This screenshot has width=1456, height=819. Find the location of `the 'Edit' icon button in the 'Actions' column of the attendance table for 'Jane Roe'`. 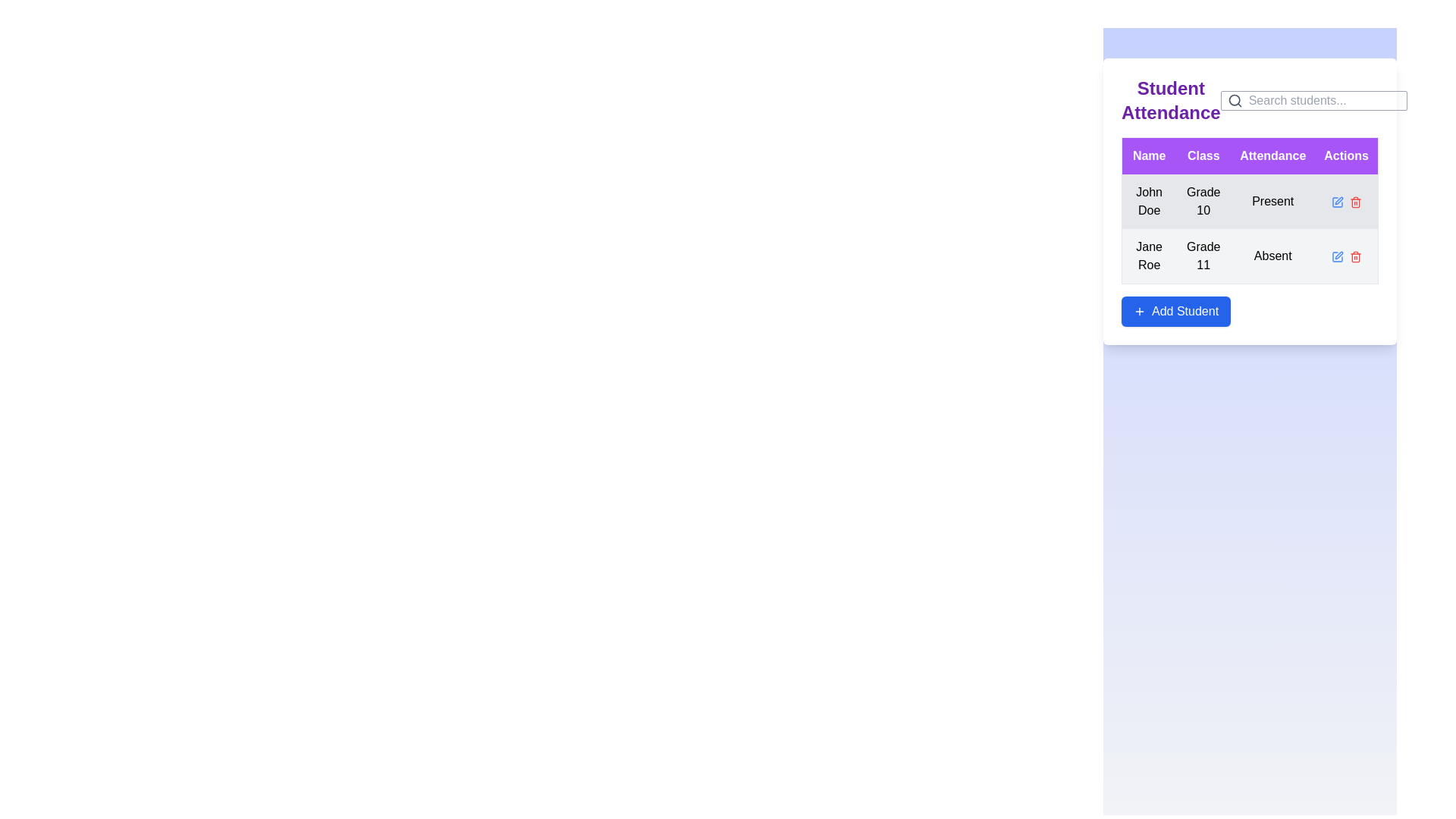

the 'Edit' icon button in the 'Actions' column of the attendance table for 'Jane Roe' is located at coordinates (1337, 256).